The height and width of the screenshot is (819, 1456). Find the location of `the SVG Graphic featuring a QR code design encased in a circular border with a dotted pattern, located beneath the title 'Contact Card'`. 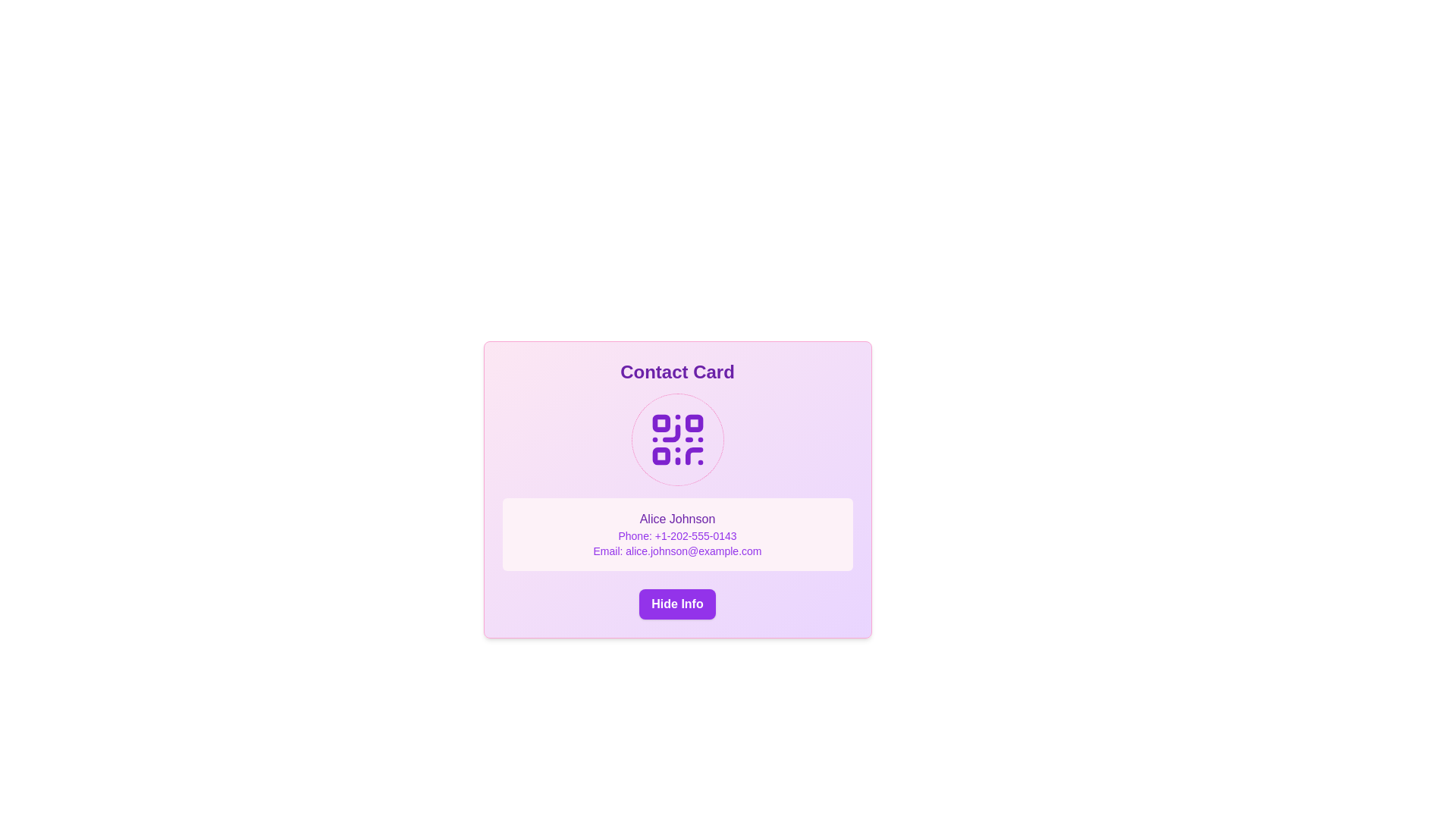

the SVG Graphic featuring a QR code design encased in a circular border with a dotted pattern, located beneath the title 'Contact Card' is located at coordinates (676, 439).